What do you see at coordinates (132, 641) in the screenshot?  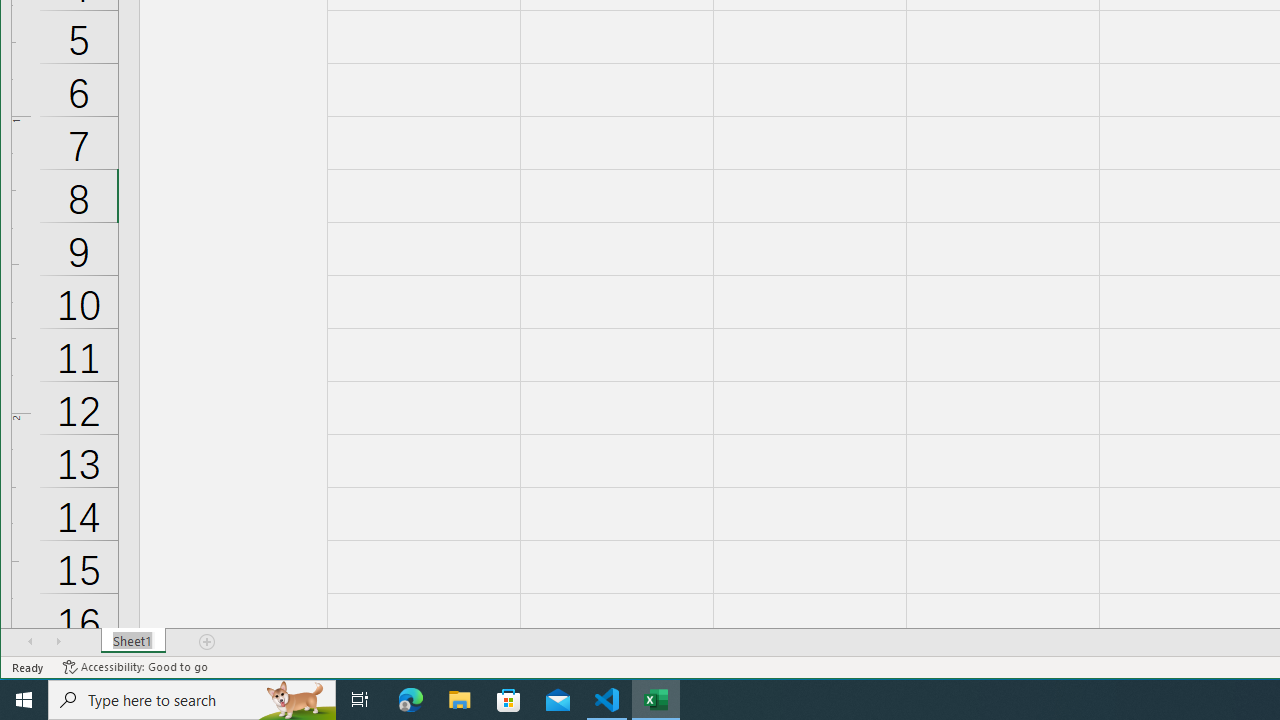 I see `'Sheet Tab'` at bounding box center [132, 641].